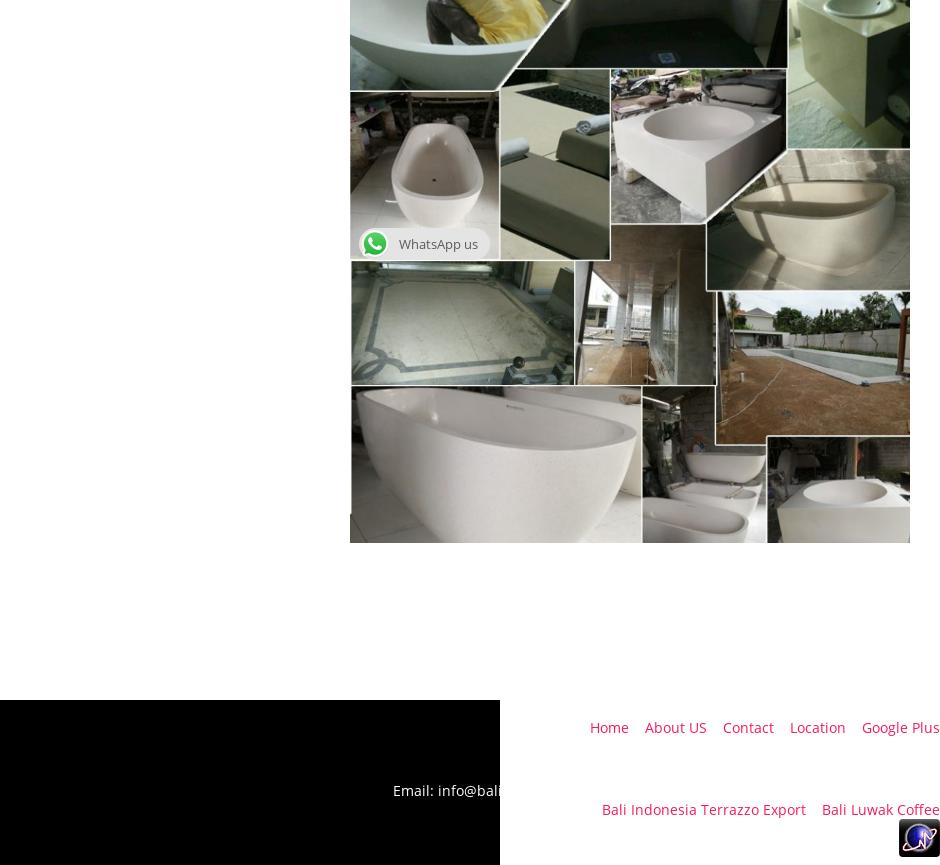 This screenshot has width=940, height=865. What do you see at coordinates (769, 751) in the screenshot?
I see `'JL. Tumbakbayuh No.77 - Pererenan, Badung - Bali'` at bounding box center [769, 751].